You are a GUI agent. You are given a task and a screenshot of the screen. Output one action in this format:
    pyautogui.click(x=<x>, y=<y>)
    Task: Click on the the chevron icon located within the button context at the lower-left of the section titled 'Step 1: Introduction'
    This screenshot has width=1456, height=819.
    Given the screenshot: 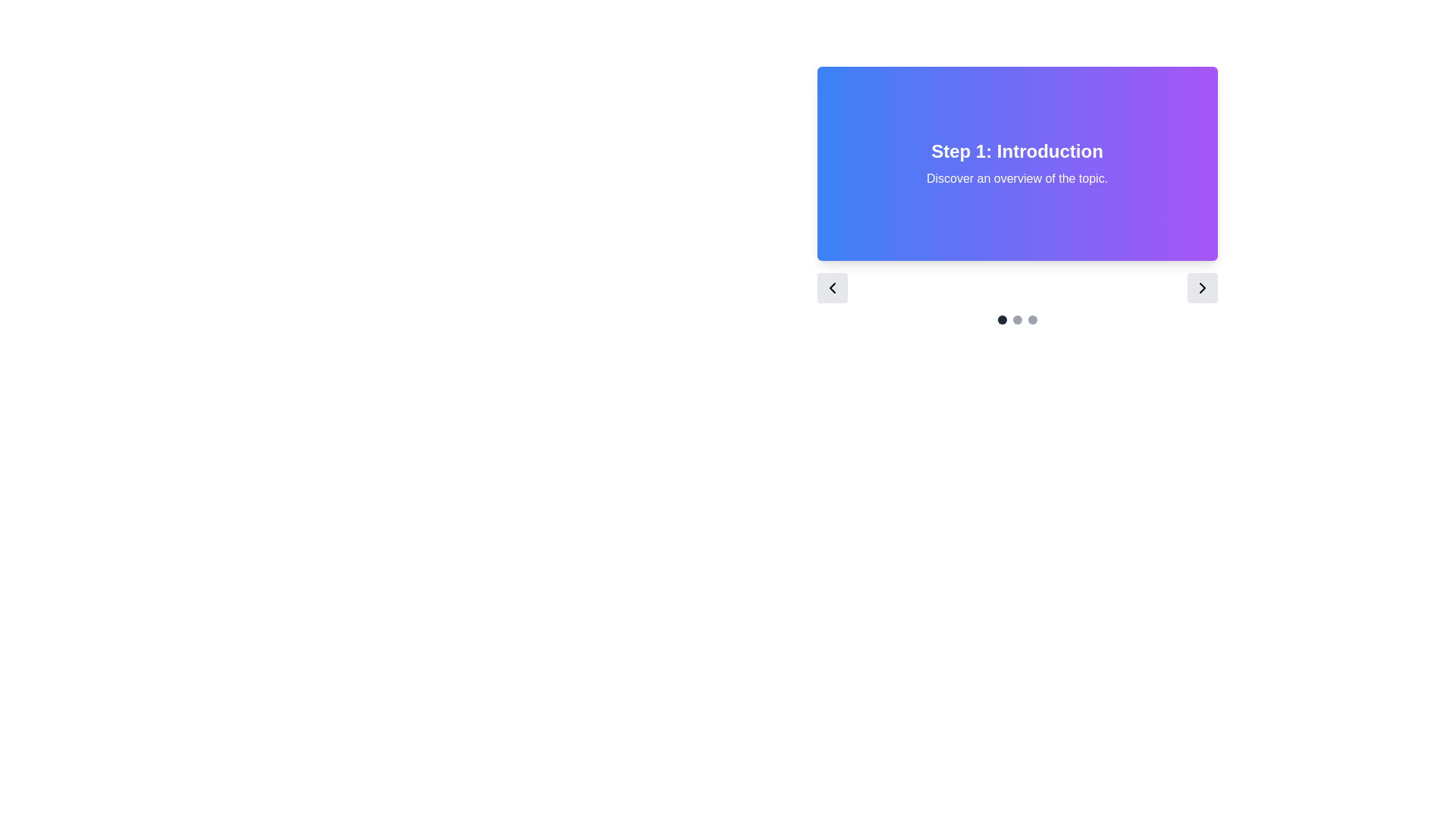 What is the action you would take?
    pyautogui.click(x=831, y=288)
    